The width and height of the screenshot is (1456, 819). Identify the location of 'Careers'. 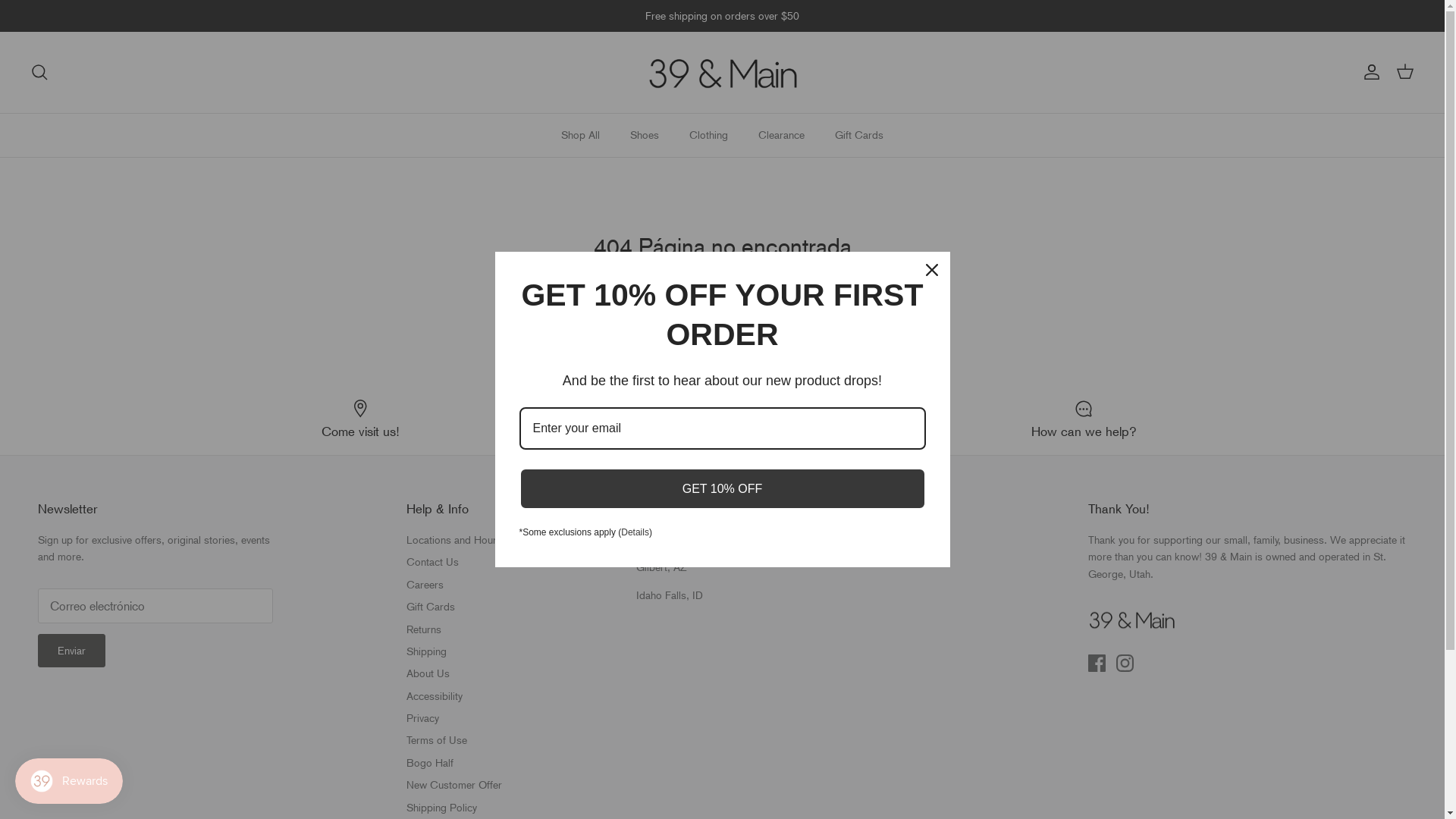
(406, 584).